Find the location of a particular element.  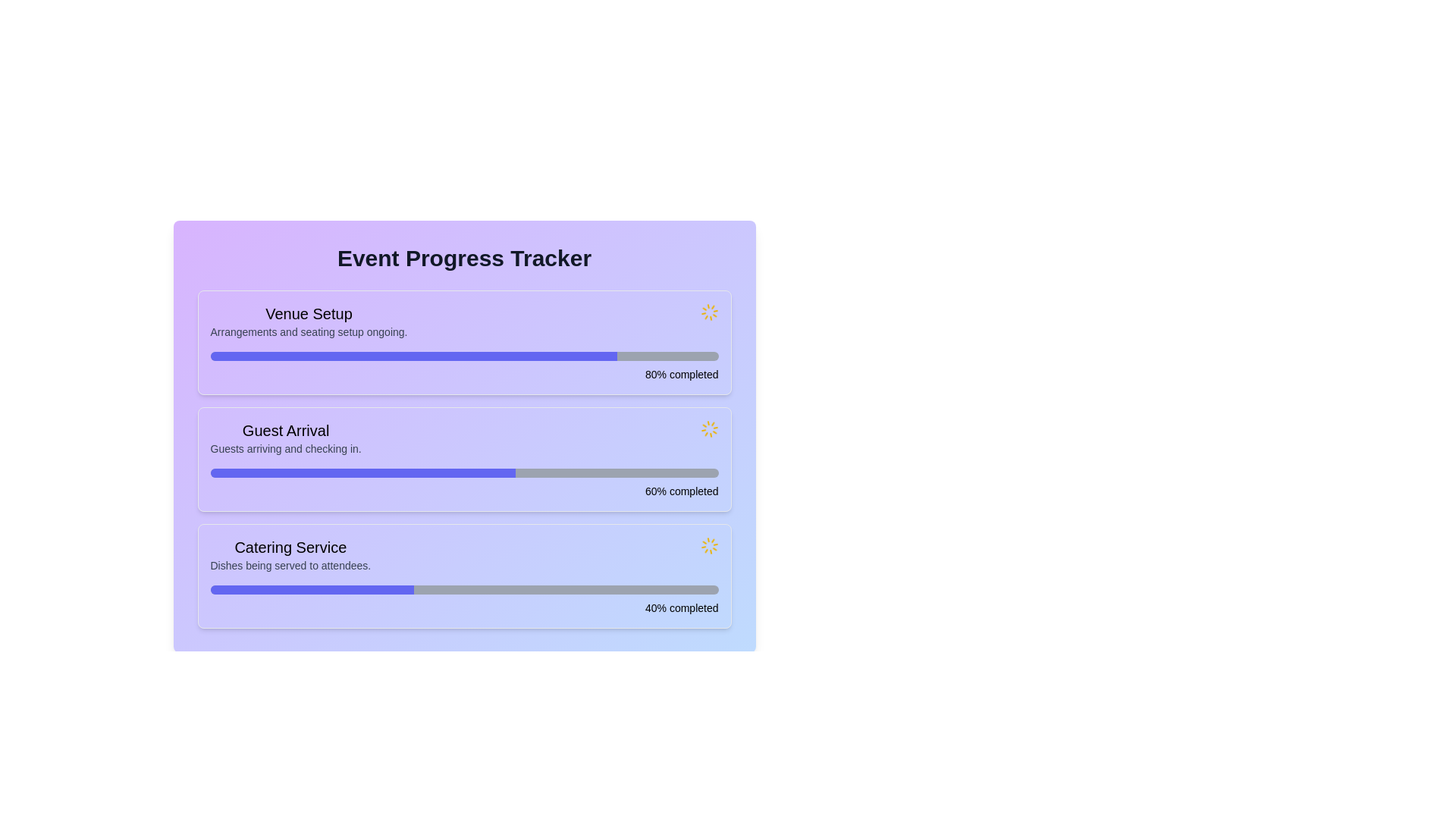

the Progress Bar indicating the completion level of the 'Venue Setup' task, which is 80% filled is located at coordinates (463, 356).